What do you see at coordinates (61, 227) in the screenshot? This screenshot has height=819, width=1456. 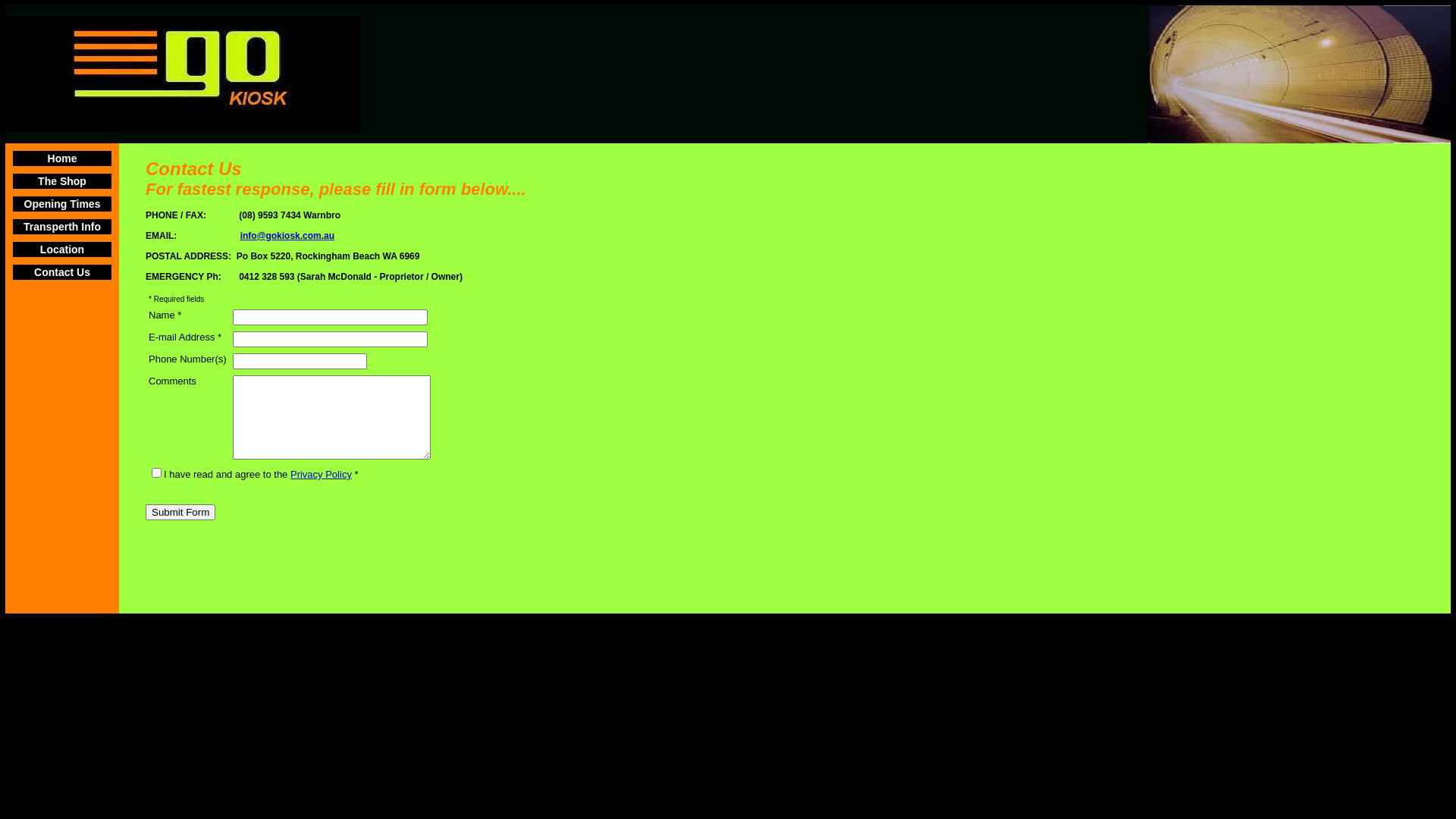 I see `'Transperth Info'` at bounding box center [61, 227].